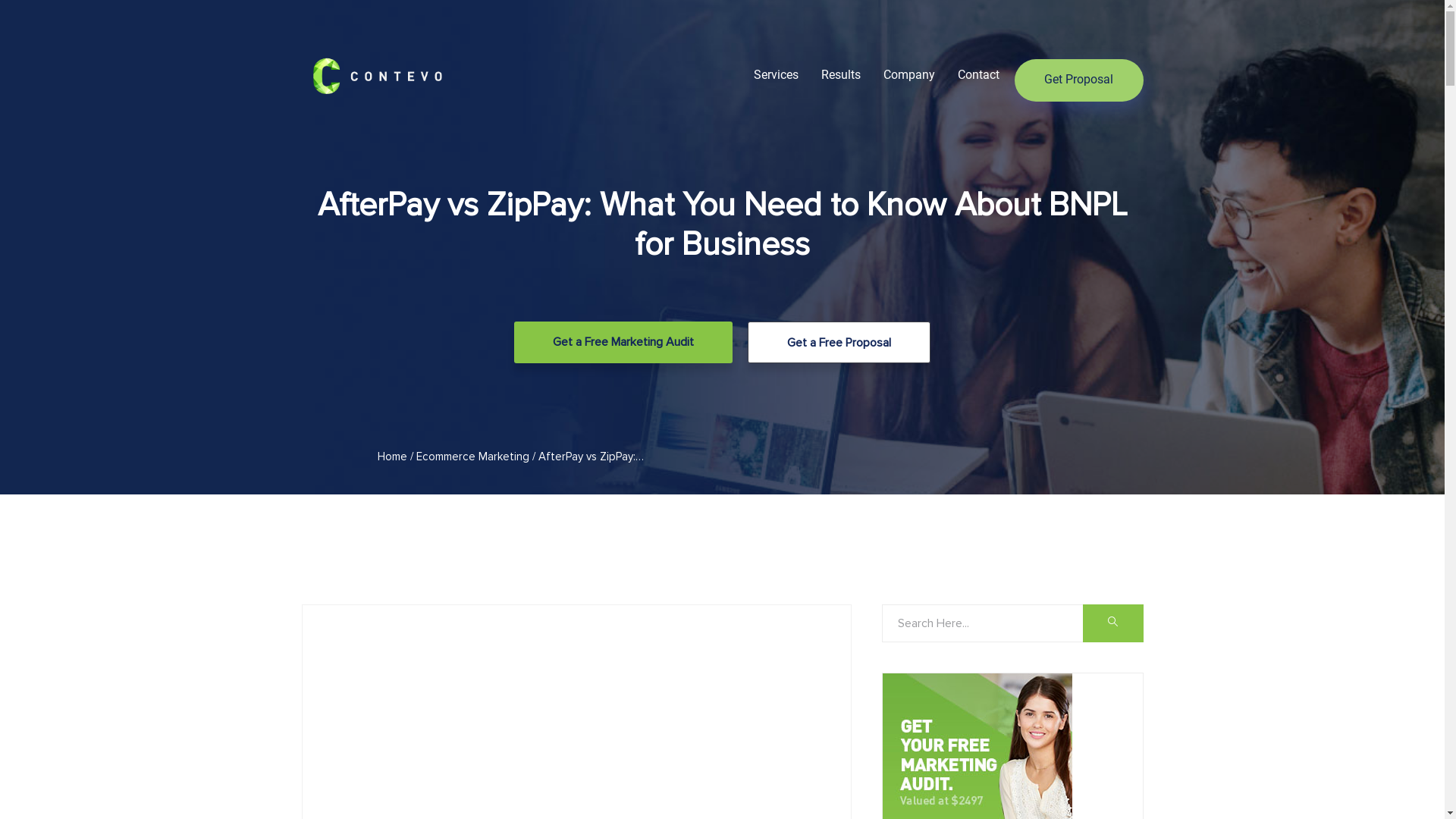  What do you see at coordinates (392, 455) in the screenshot?
I see `'Home'` at bounding box center [392, 455].